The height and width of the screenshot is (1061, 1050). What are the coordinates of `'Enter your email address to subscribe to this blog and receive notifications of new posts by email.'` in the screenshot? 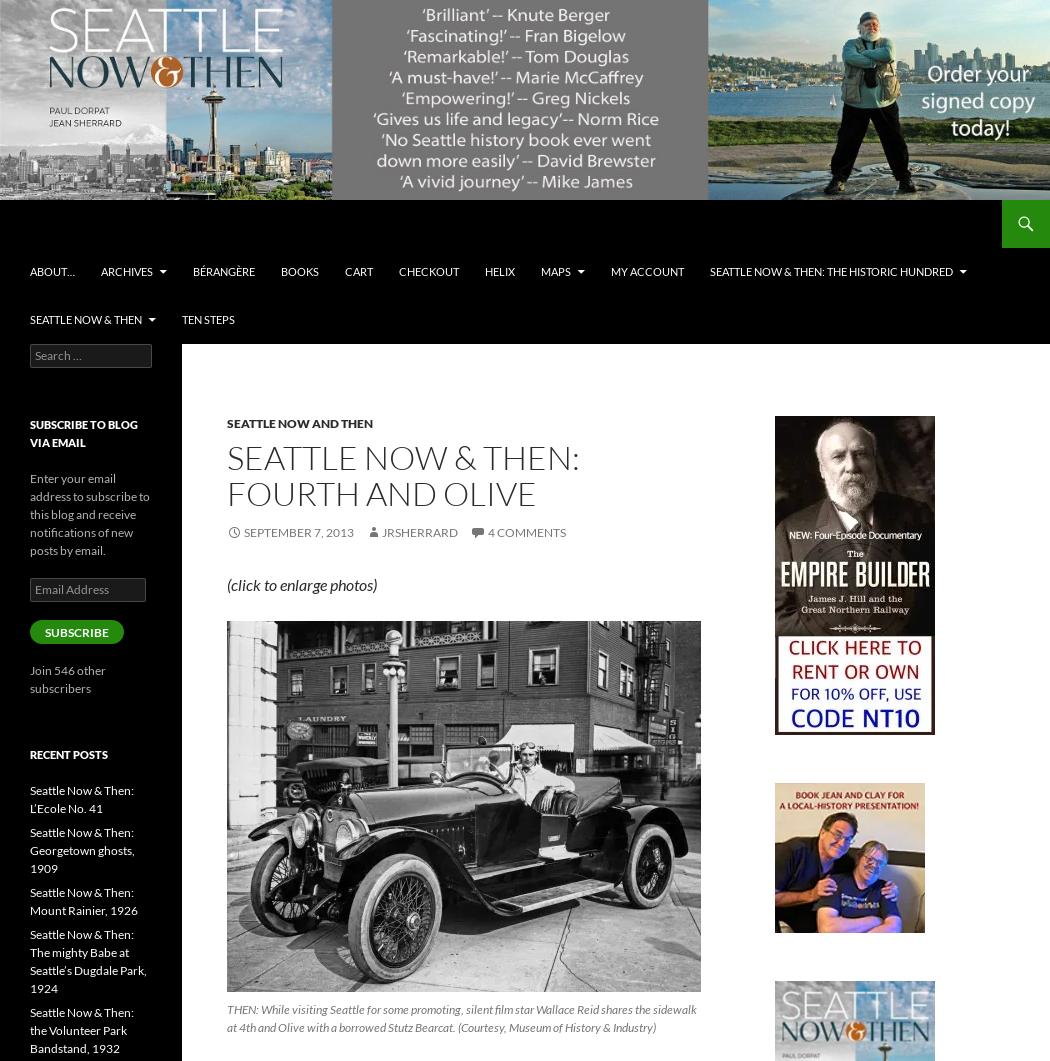 It's located at (89, 514).